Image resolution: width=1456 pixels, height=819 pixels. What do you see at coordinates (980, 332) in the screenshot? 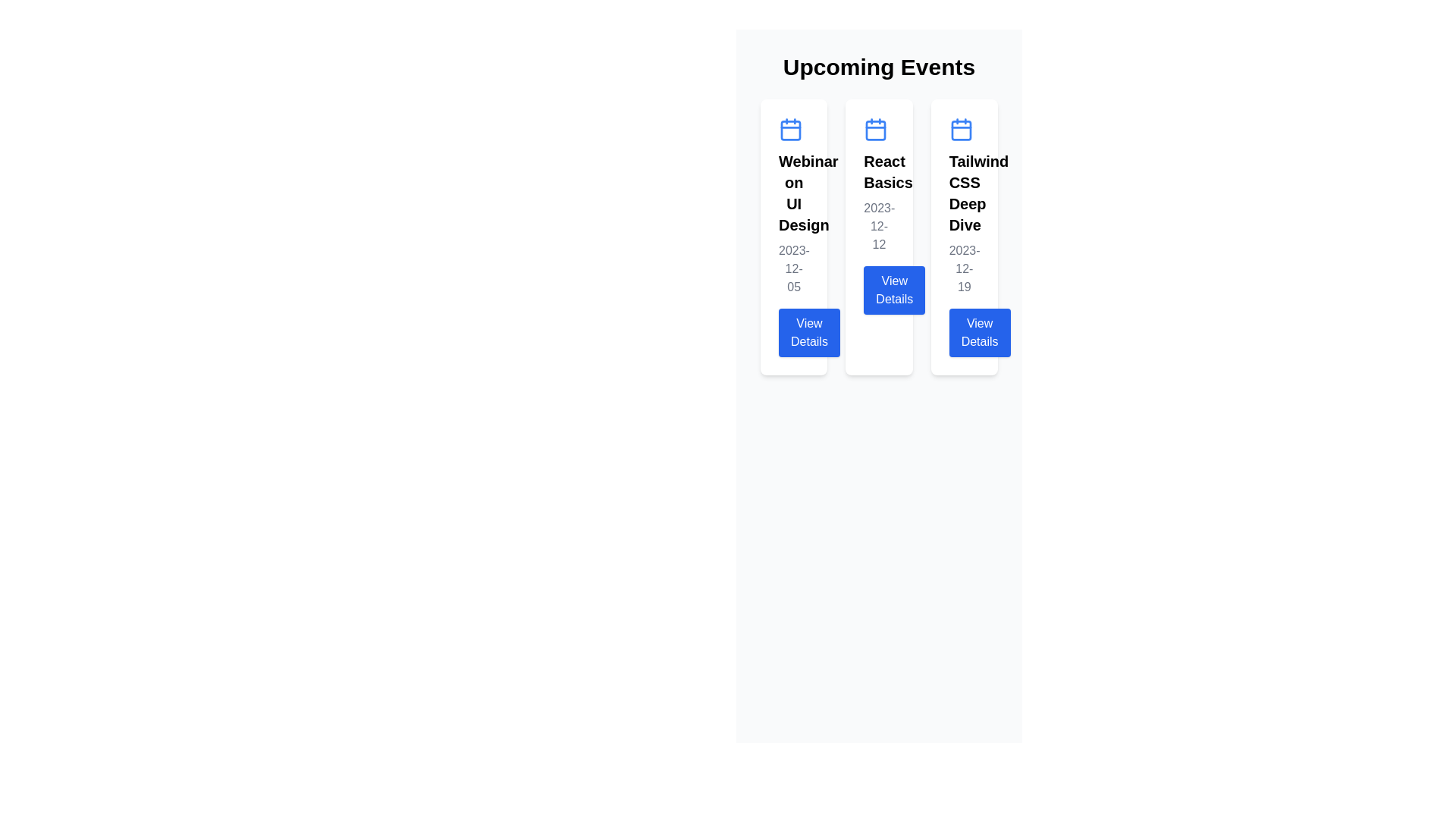
I see `the button located at the bottom of the 'Tailwind CSS Deep Dive' card` at bounding box center [980, 332].